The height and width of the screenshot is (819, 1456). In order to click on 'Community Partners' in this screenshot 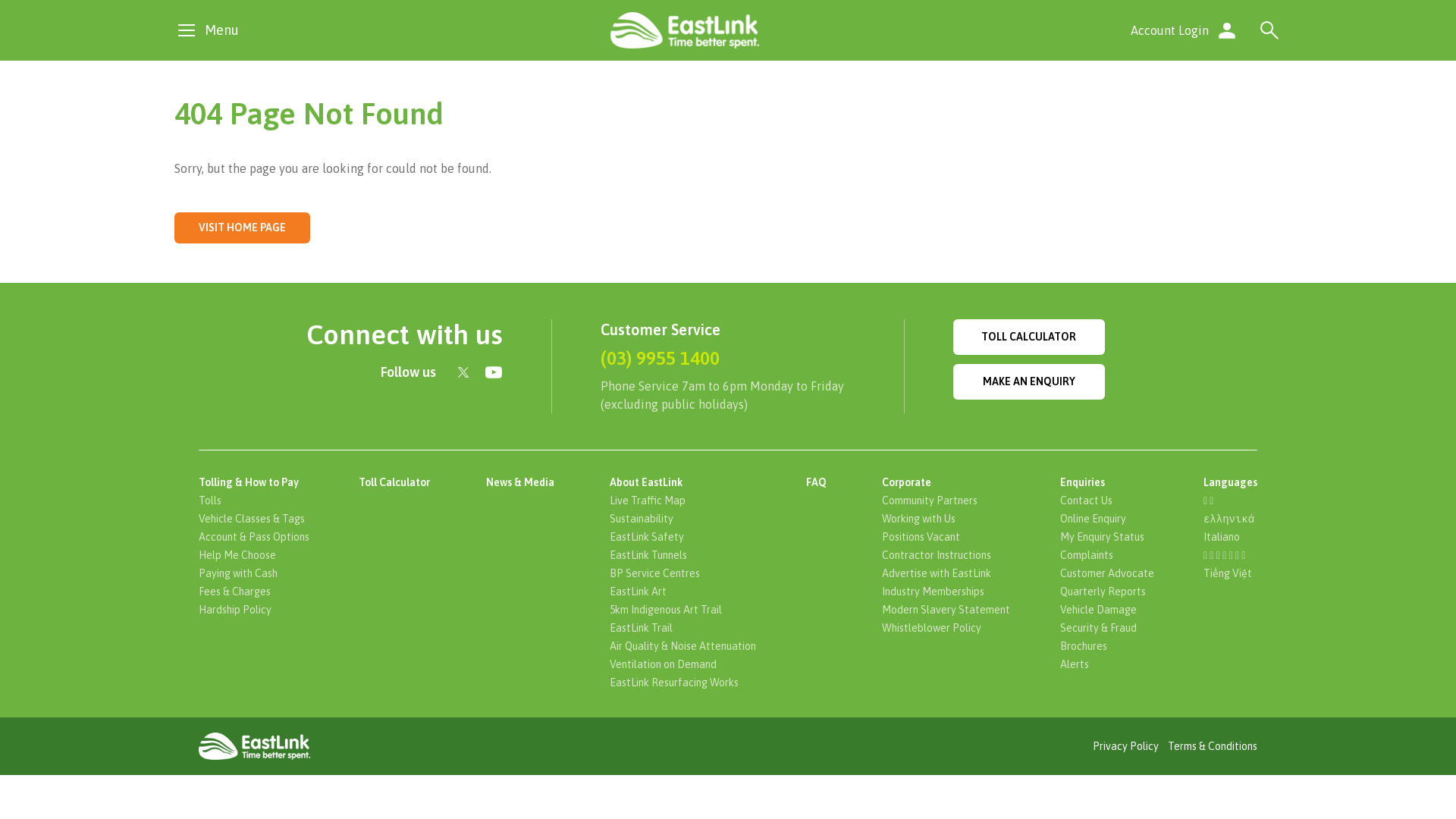, I will do `click(934, 500)`.